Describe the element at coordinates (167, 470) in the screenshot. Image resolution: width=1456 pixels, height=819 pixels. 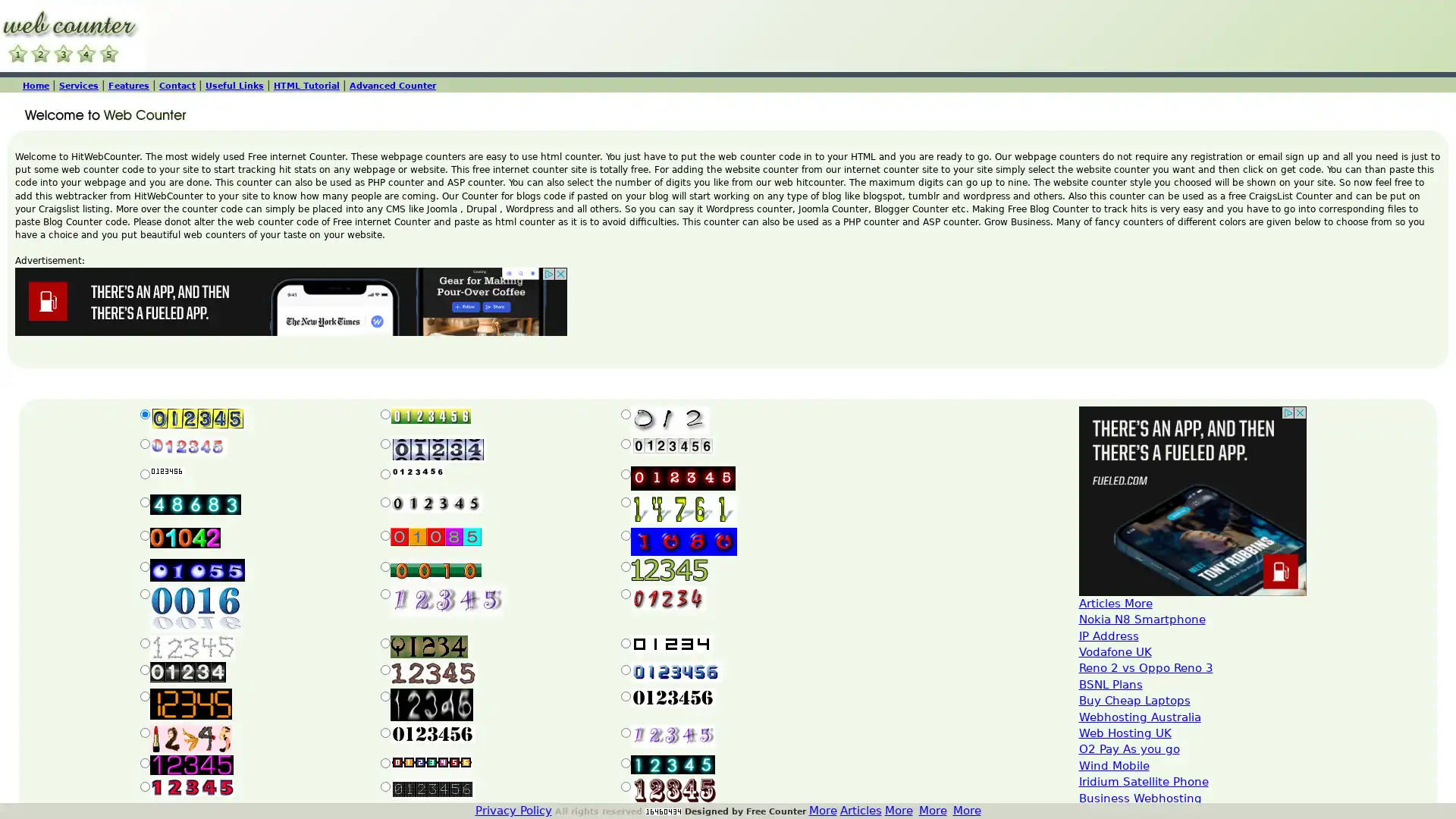
I see `Submit` at that location.